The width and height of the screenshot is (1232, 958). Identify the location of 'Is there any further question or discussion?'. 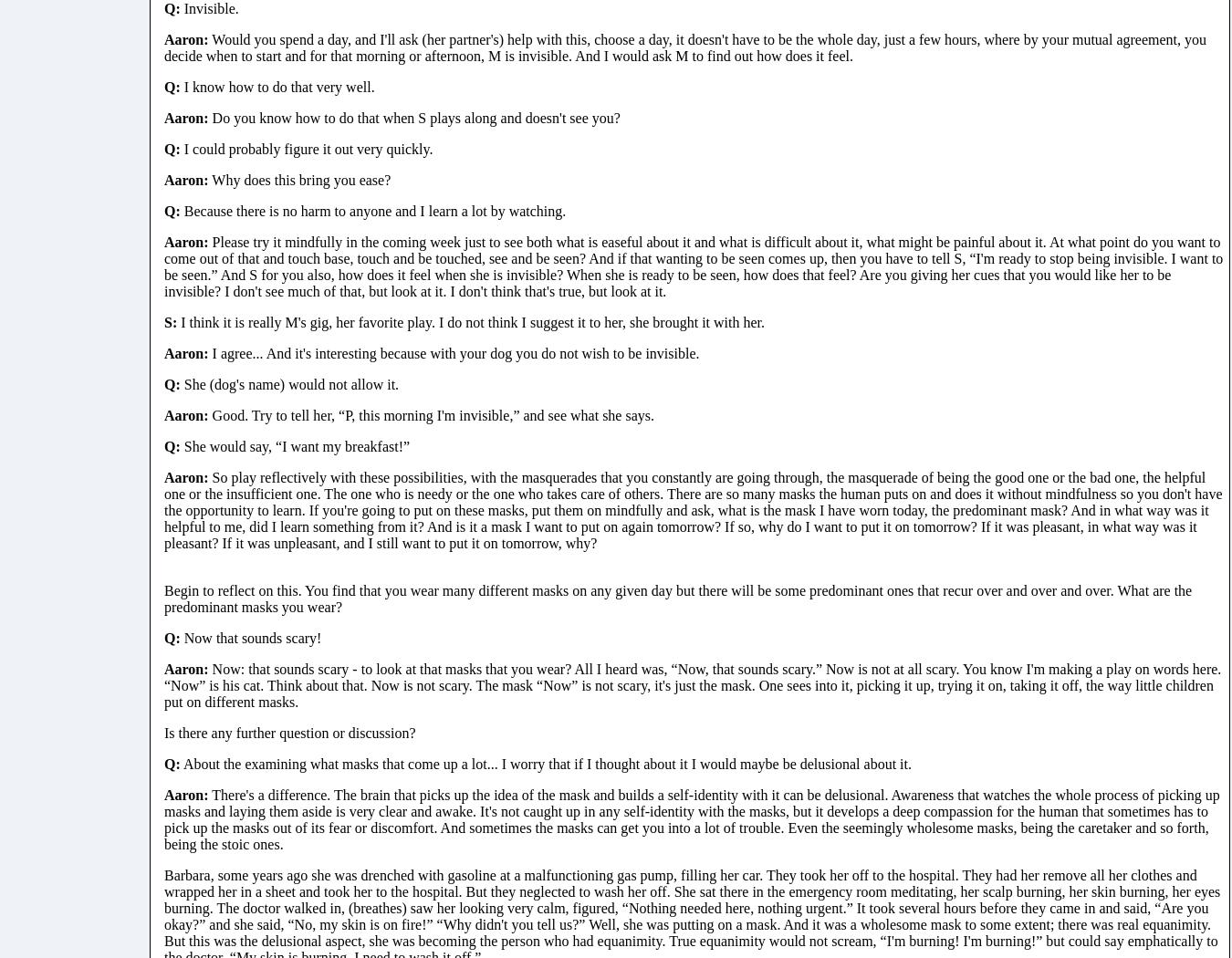
(163, 731).